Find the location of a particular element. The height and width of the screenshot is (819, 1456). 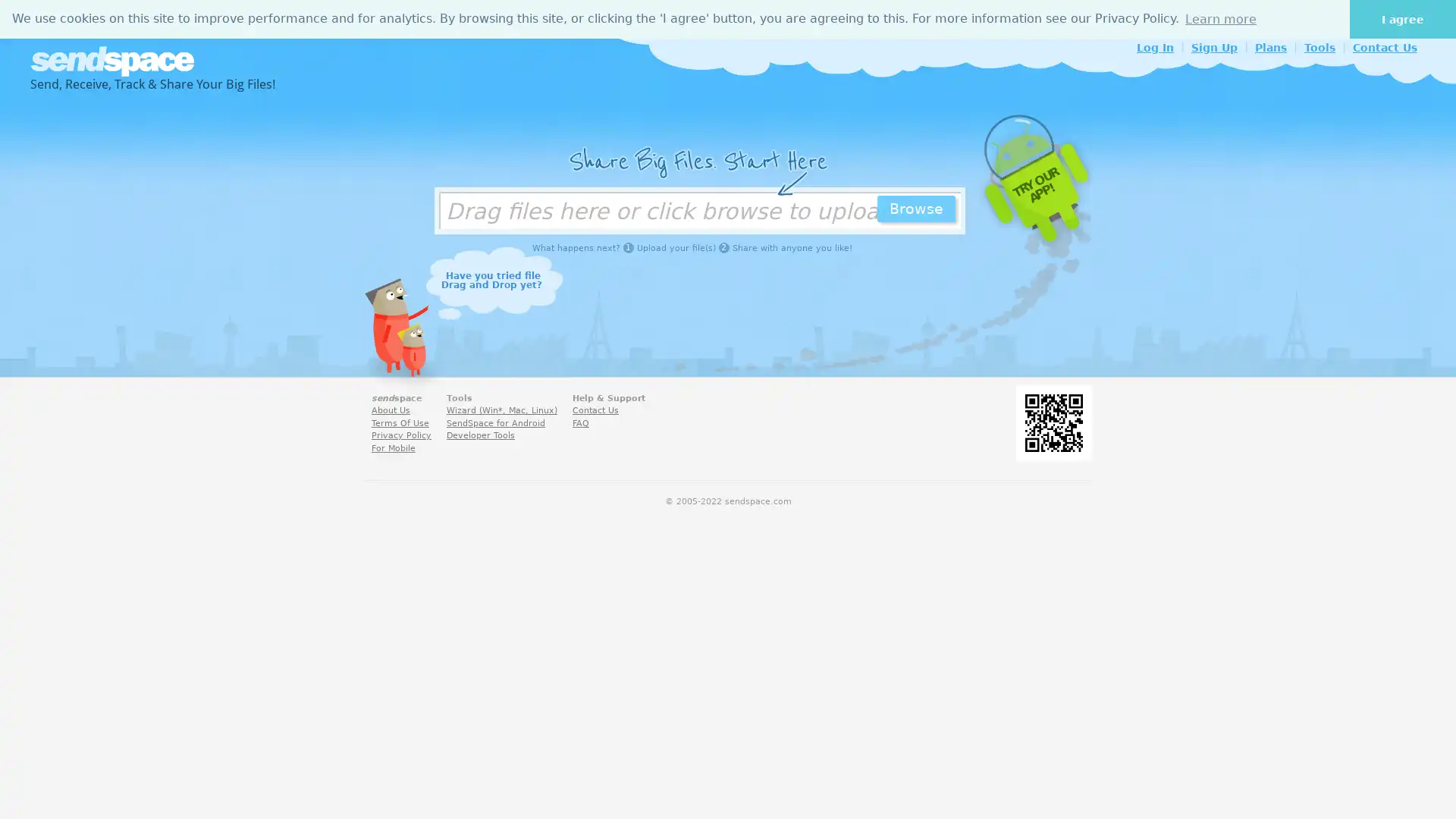

learn more about cookies is located at coordinates (1220, 18).